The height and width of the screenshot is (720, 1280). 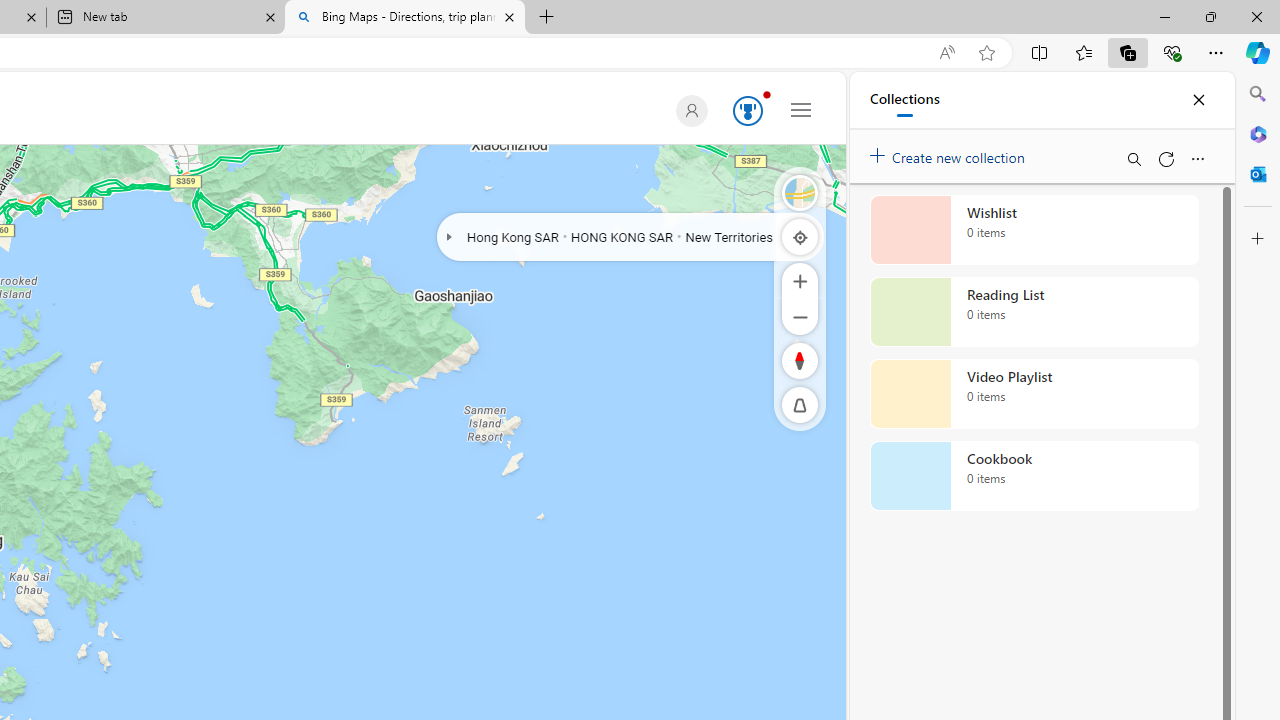 I want to click on 'Video Playlist collection, 0 items', so click(x=1034, y=394).